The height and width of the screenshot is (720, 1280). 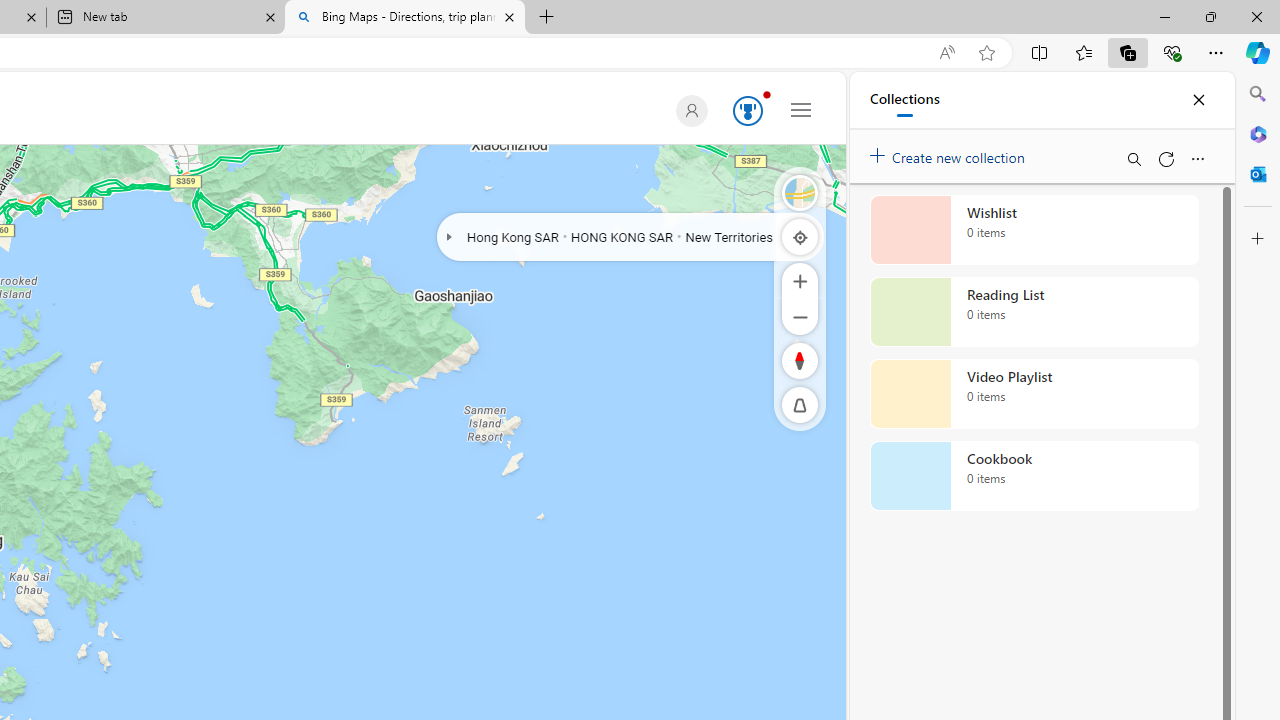 I want to click on 'Video Playlist collection, 0 items', so click(x=1034, y=394).